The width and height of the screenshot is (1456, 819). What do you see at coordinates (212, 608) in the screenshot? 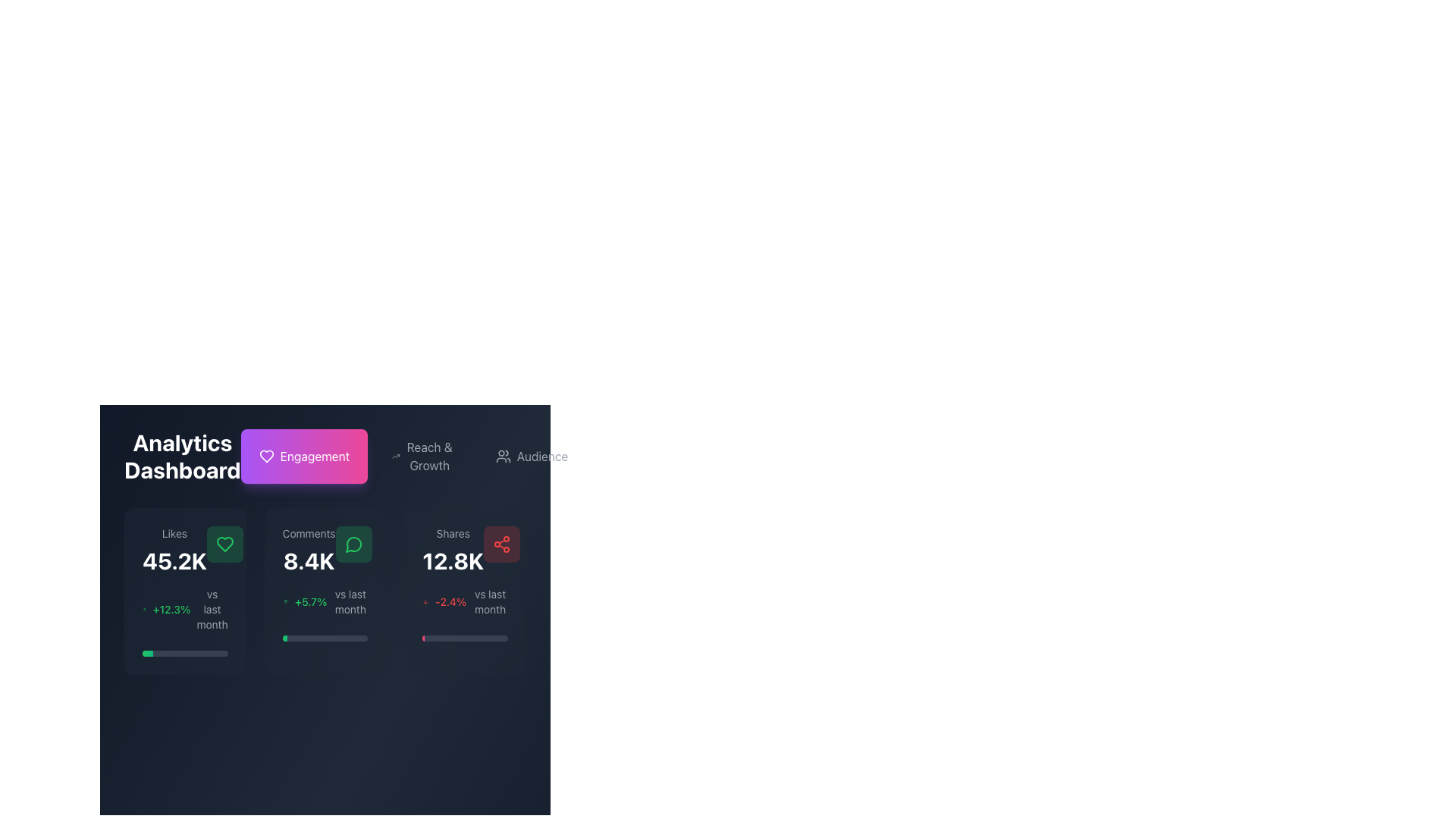
I see `the static text label that provides contextual information for the comparison timeframe ('last month') located below the '+12.3%' text in the bottom section of the 'Likes' data card on the Analytics Dashboard` at bounding box center [212, 608].